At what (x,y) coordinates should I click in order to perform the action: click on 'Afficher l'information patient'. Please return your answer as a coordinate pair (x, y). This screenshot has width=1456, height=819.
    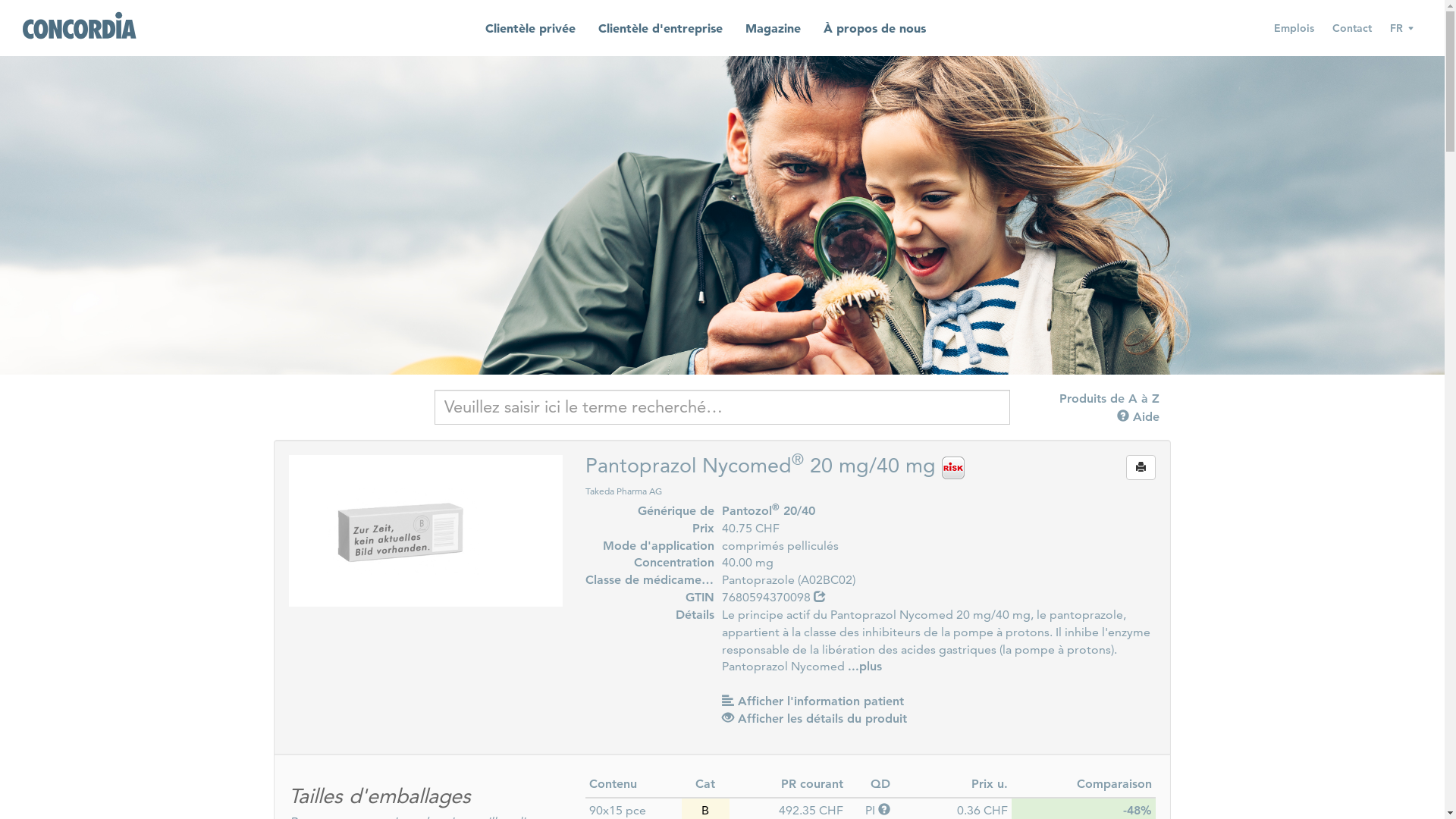
    Looking at the image, I should click on (811, 701).